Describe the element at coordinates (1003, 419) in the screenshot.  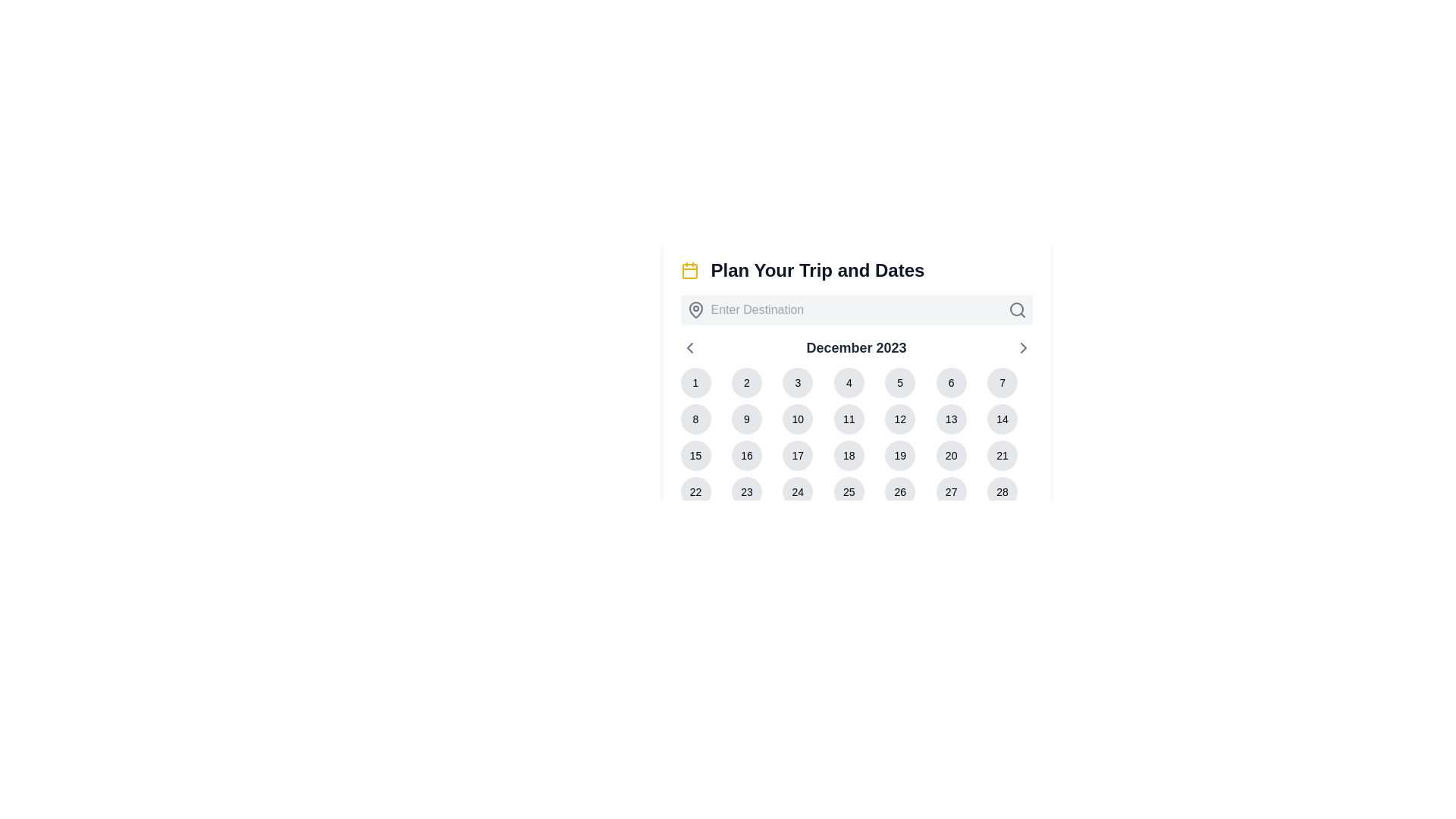
I see `the circular button with a gray background displaying the number '14' in black text, located in the second row and seventh column of the calendar grid for December 2023` at that location.